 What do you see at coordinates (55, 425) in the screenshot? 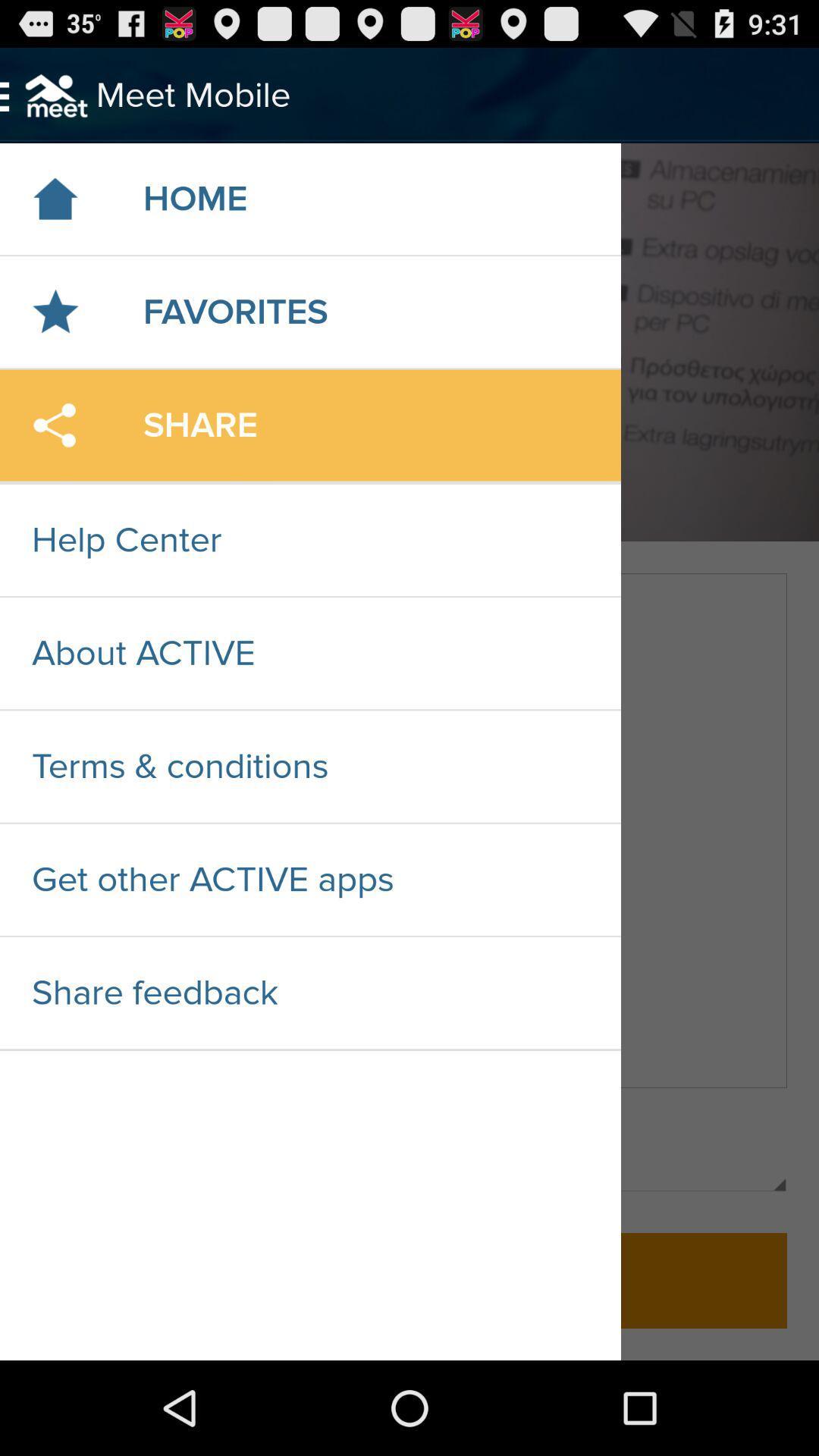
I see `share icon` at bounding box center [55, 425].